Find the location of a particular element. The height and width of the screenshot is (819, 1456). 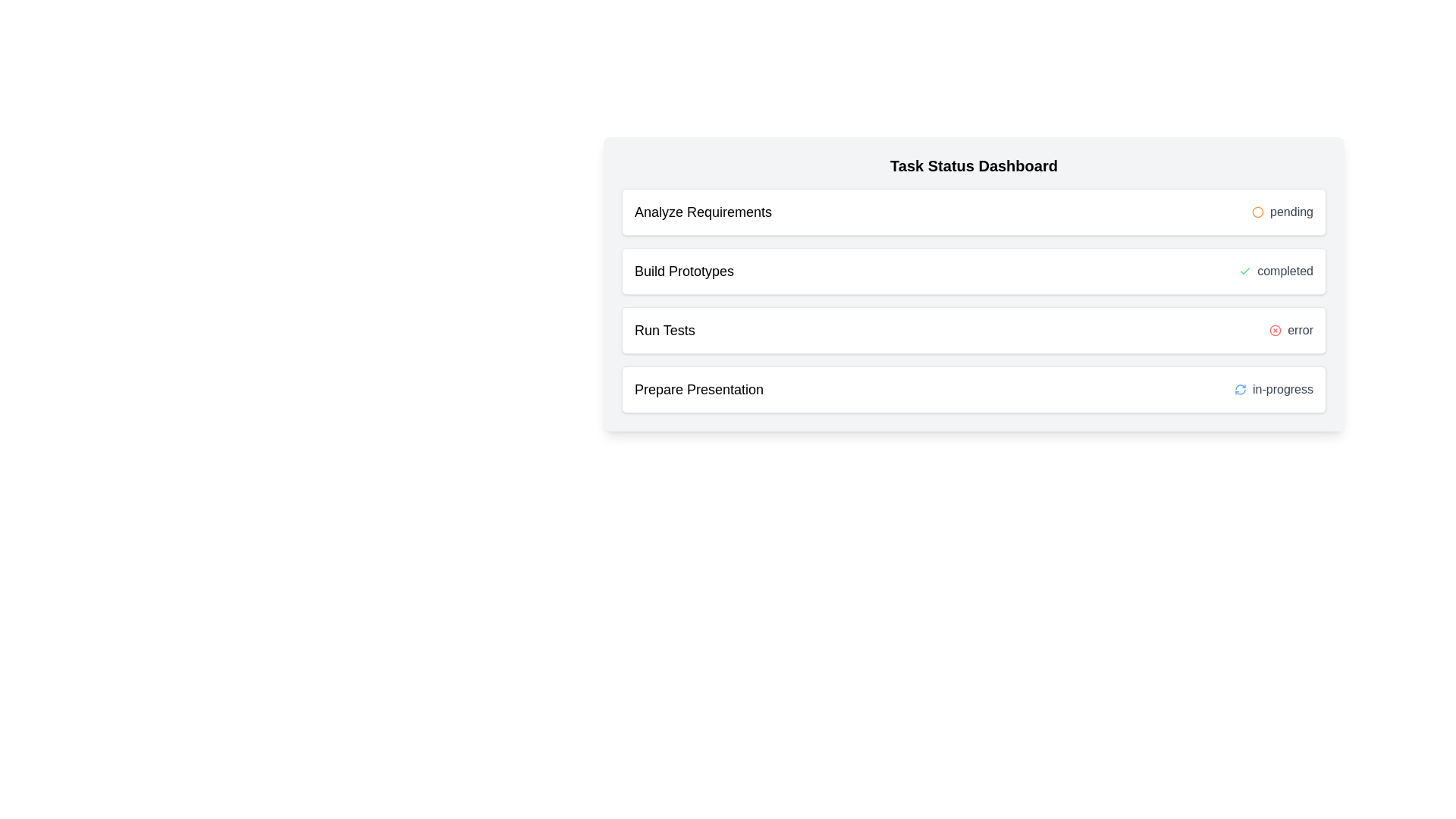

error status icon located in the third row of the task status dashboard, immediately to the left of the text 'error' is located at coordinates (1275, 329).